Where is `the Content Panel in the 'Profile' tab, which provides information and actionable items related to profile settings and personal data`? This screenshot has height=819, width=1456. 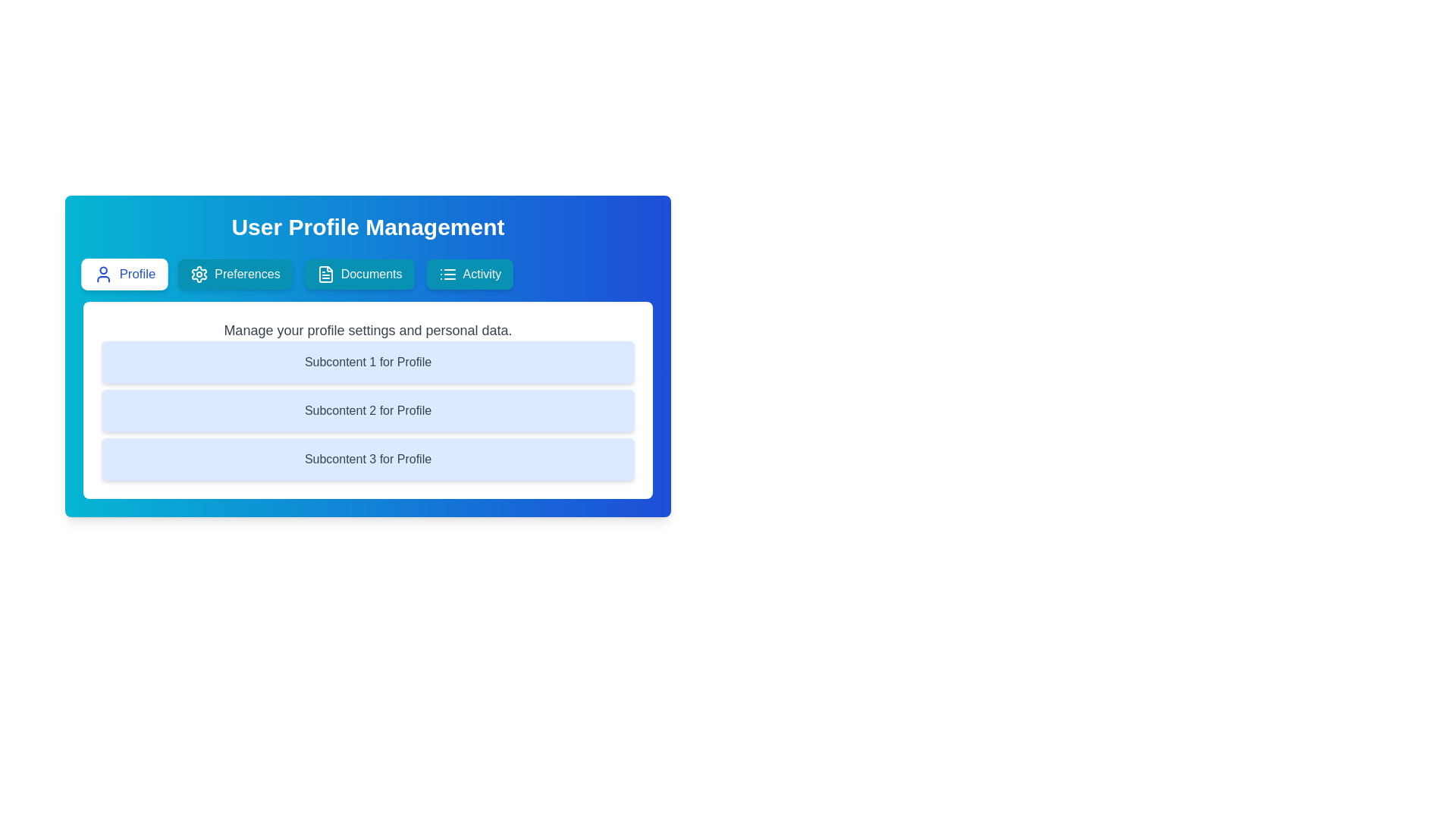 the Content Panel in the 'Profile' tab, which provides information and actionable items related to profile settings and personal data is located at coordinates (368, 400).